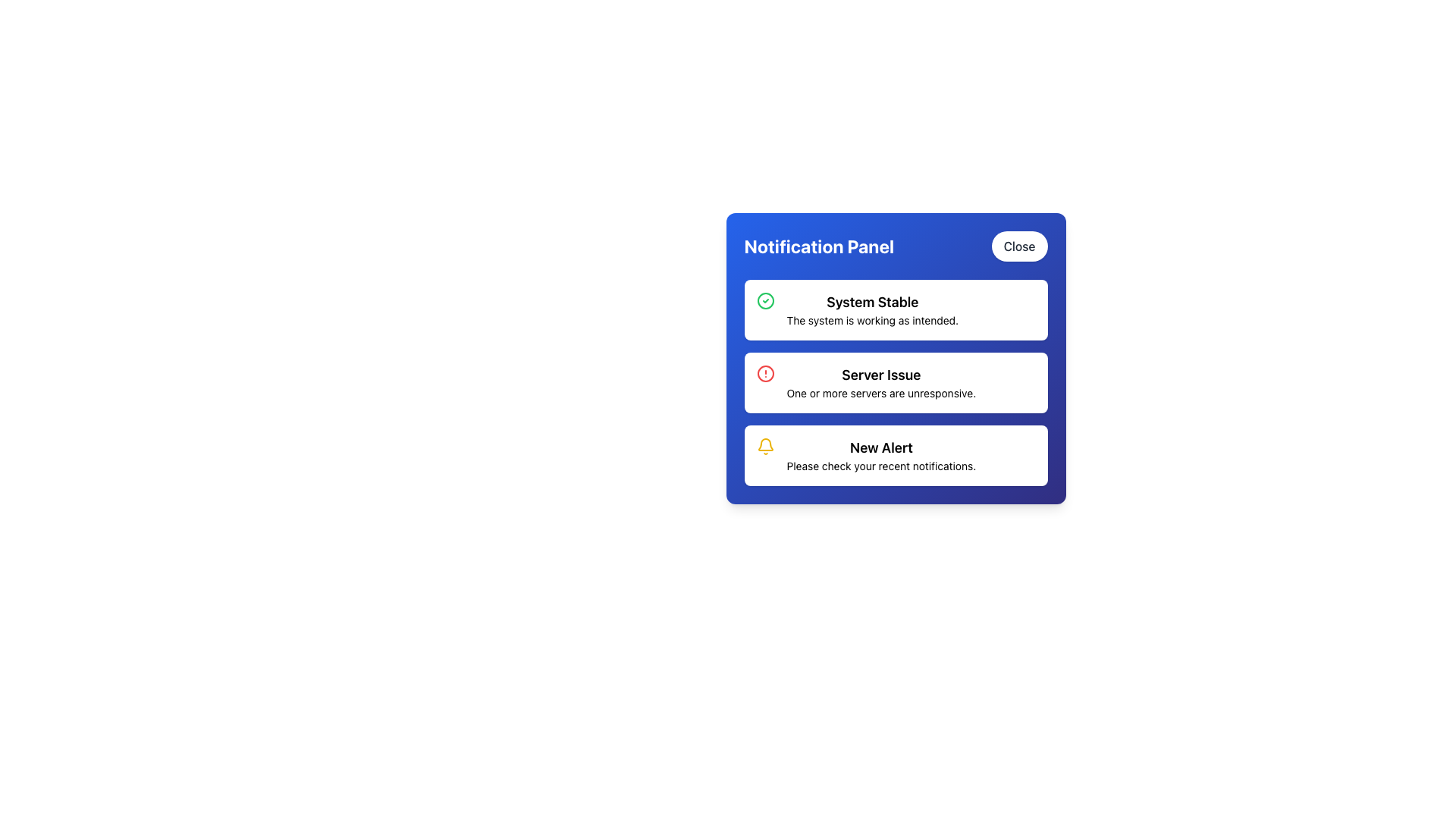  I want to click on the validation status represented by the circular green icon with a checkmark located to the left of 'System Stable' in the notification panel, so click(765, 301).